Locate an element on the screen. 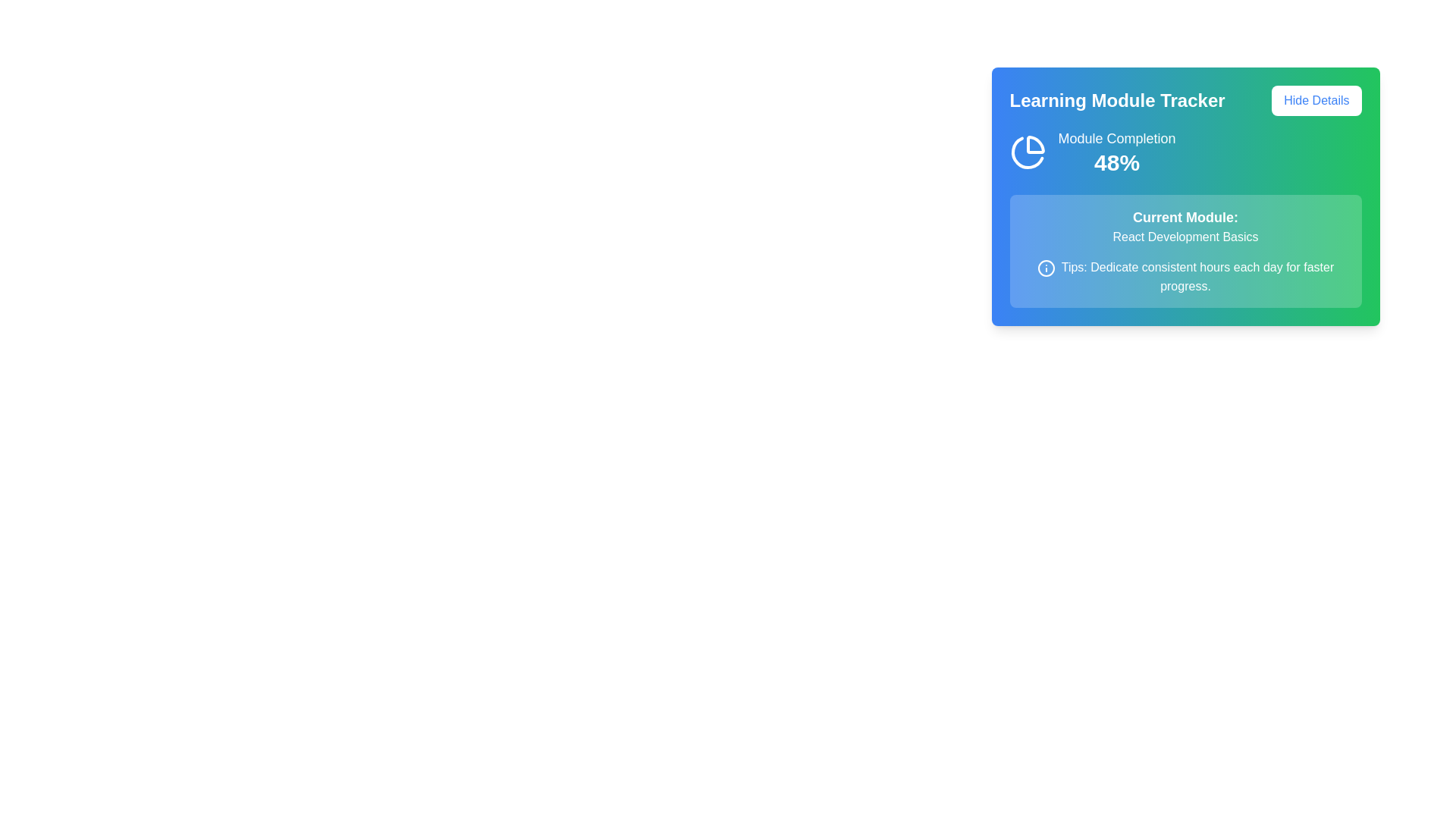  the Static Text Label displaying 'Current Module:' to check for a tooltip is located at coordinates (1185, 217).